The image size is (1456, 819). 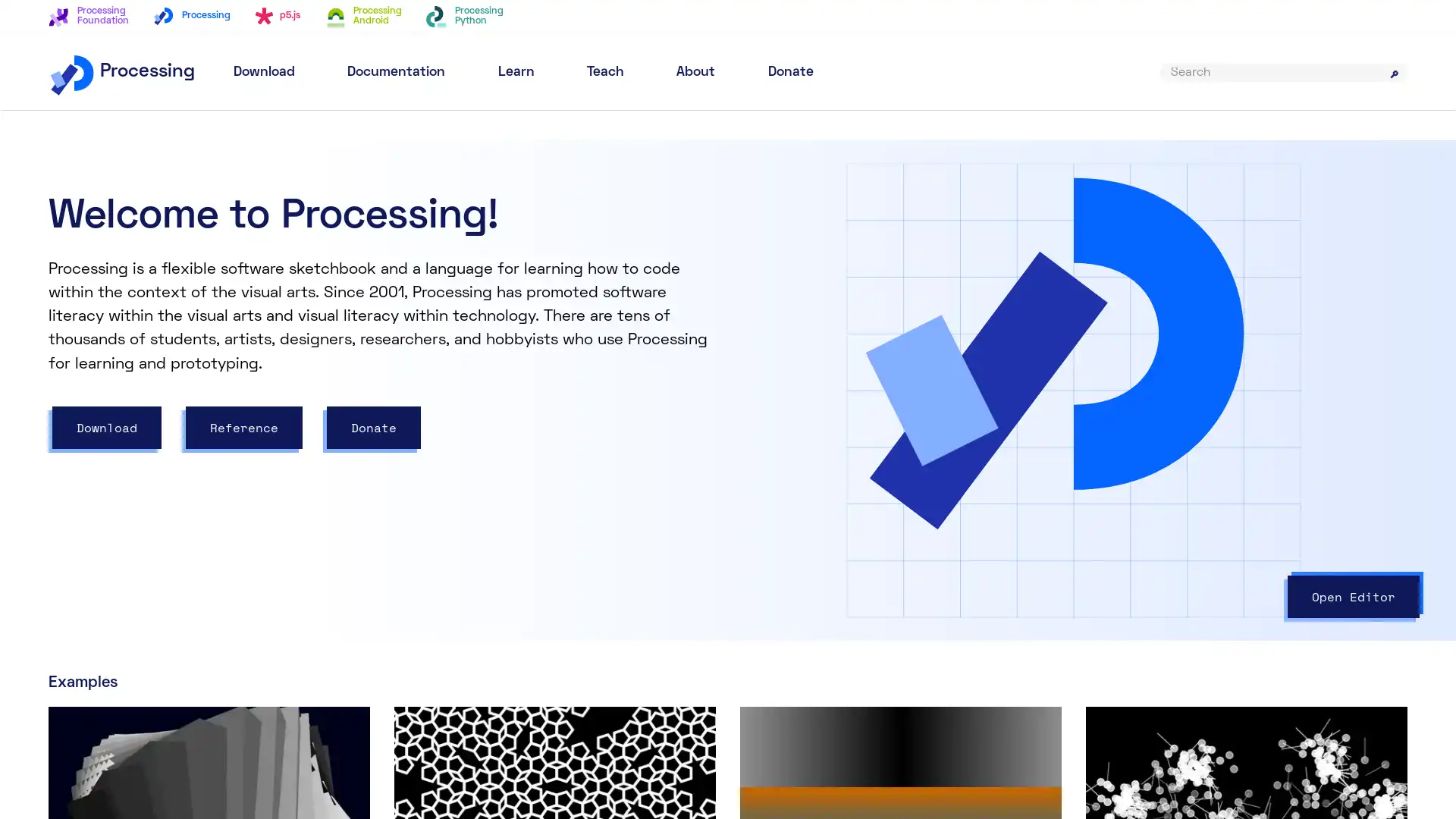 I want to click on change position, so click(x=854, y=450).